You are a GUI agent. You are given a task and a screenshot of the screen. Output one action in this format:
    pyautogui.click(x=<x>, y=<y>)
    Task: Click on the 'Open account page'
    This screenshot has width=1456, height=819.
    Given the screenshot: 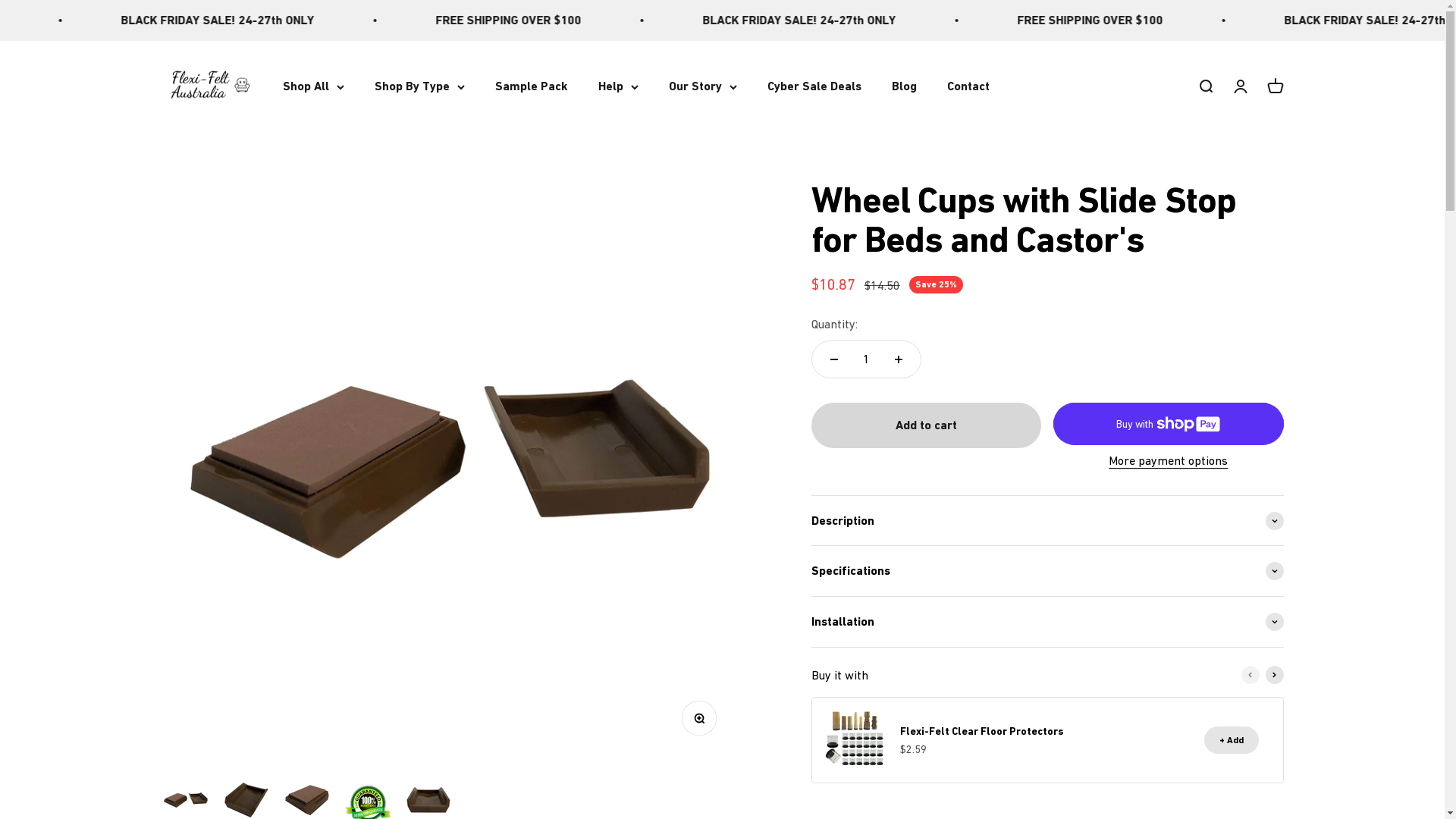 What is the action you would take?
    pyautogui.click(x=1240, y=86)
    